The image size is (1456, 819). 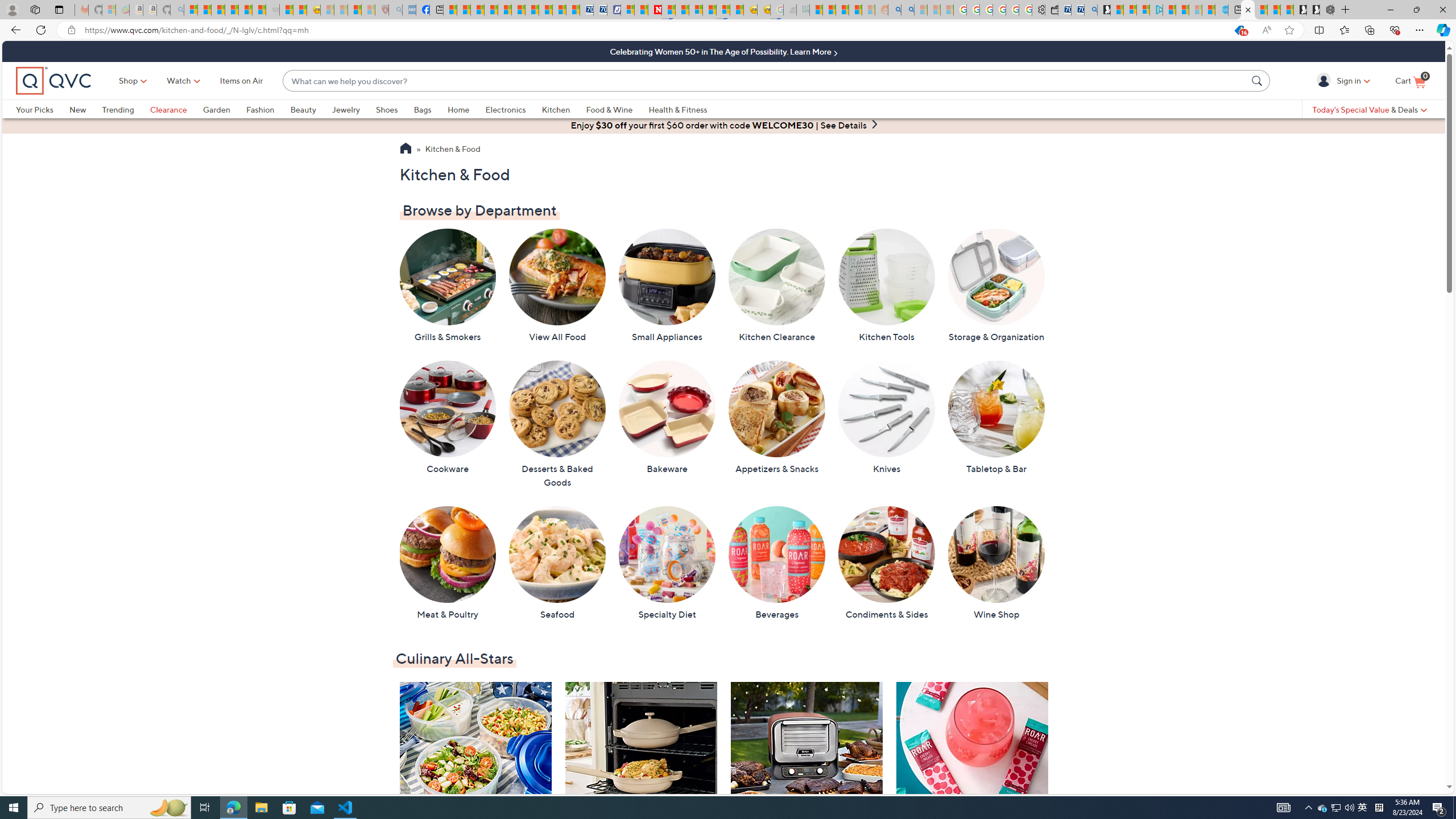 What do you see at coordinates (311, 109) in the screenshot?
I see `'Beauty'` at bounding box center [311, 109].